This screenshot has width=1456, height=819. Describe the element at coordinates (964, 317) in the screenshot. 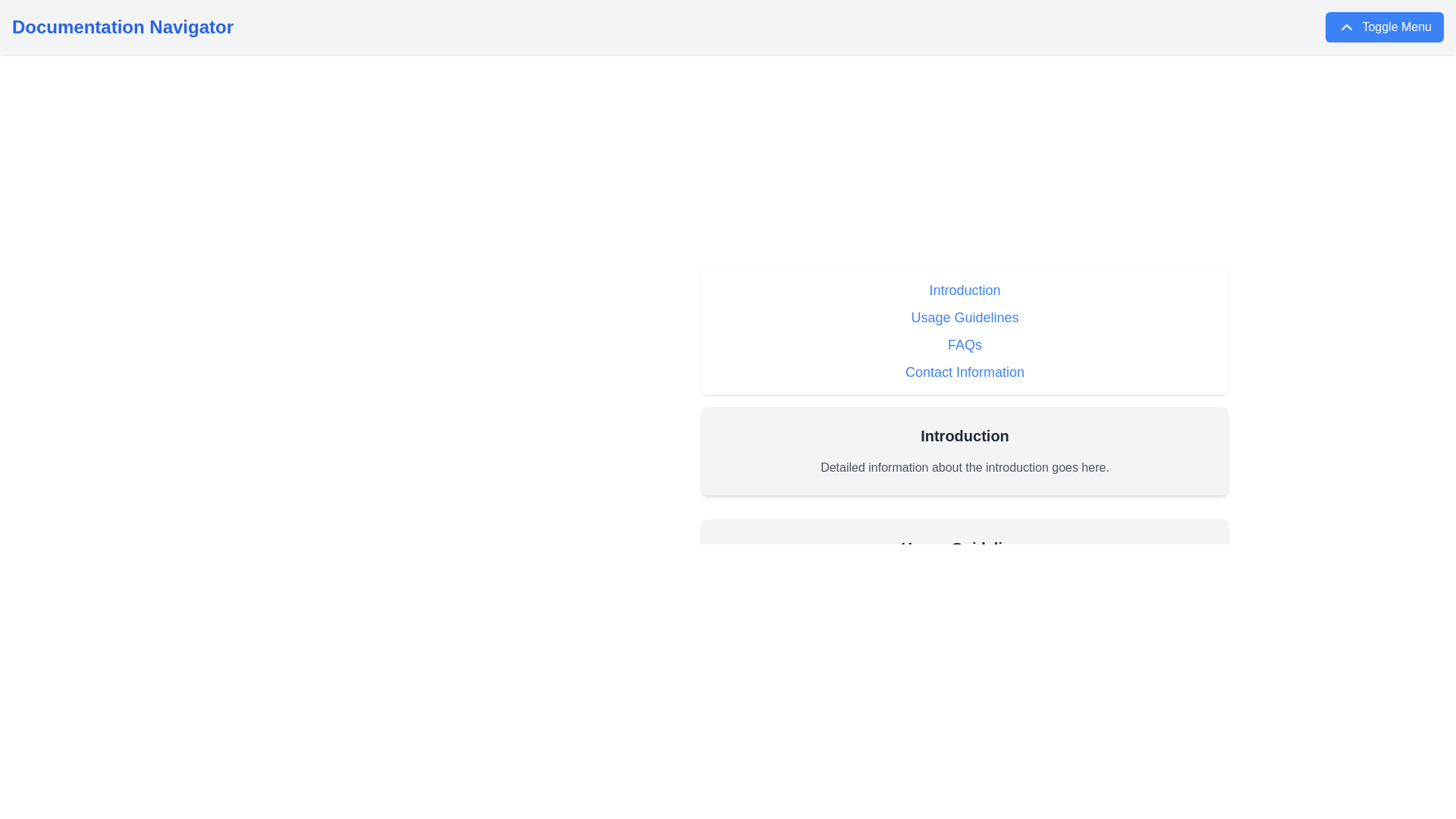

I see `the 'Usage Guidelines' hyperlink, which is the second item in a vertical list of navigation links, to possibly reveal additional effects or tooltips` at that location.